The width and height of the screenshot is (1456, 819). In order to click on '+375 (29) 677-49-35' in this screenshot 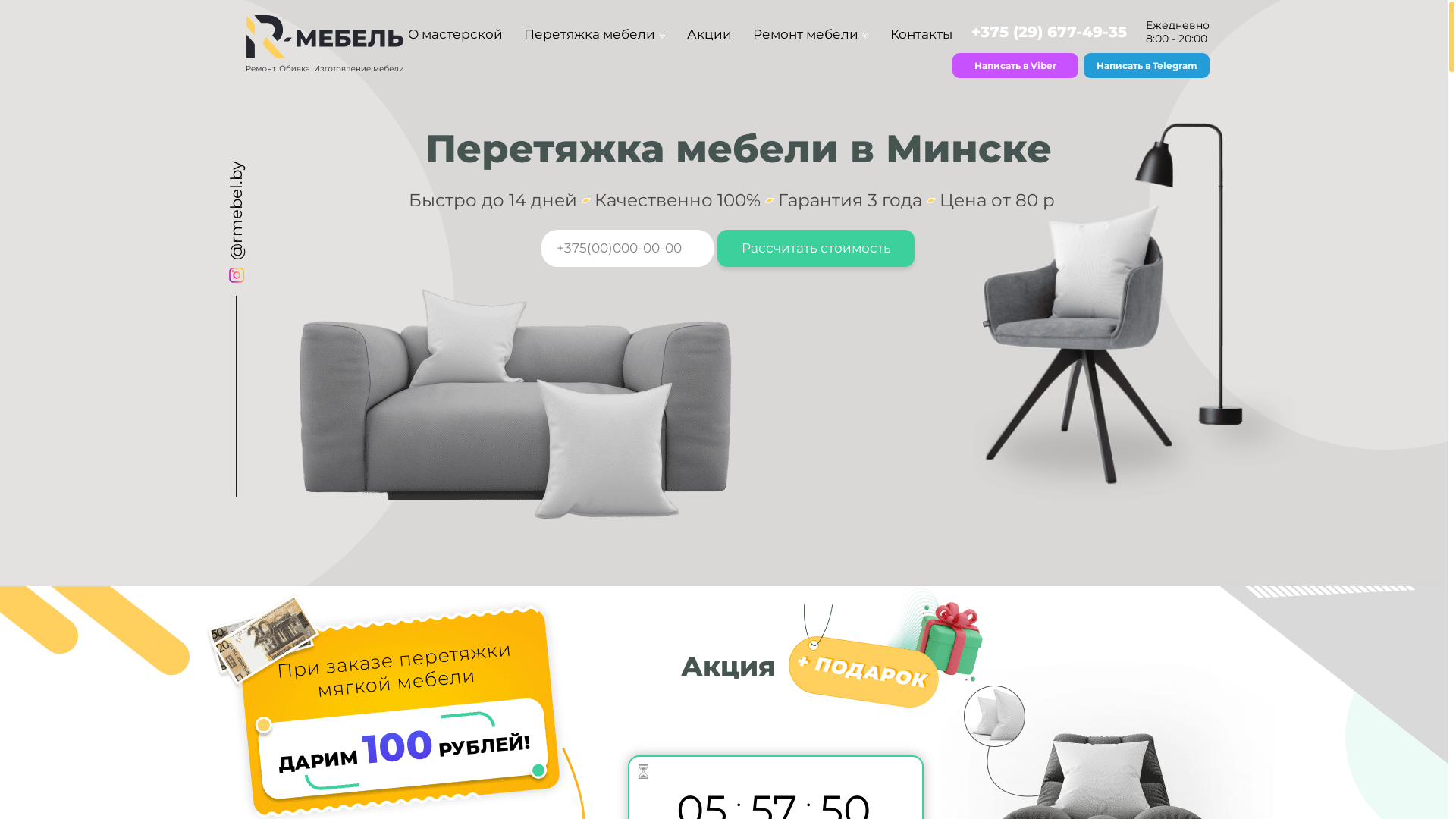, I will do `click(1048, 32)`.